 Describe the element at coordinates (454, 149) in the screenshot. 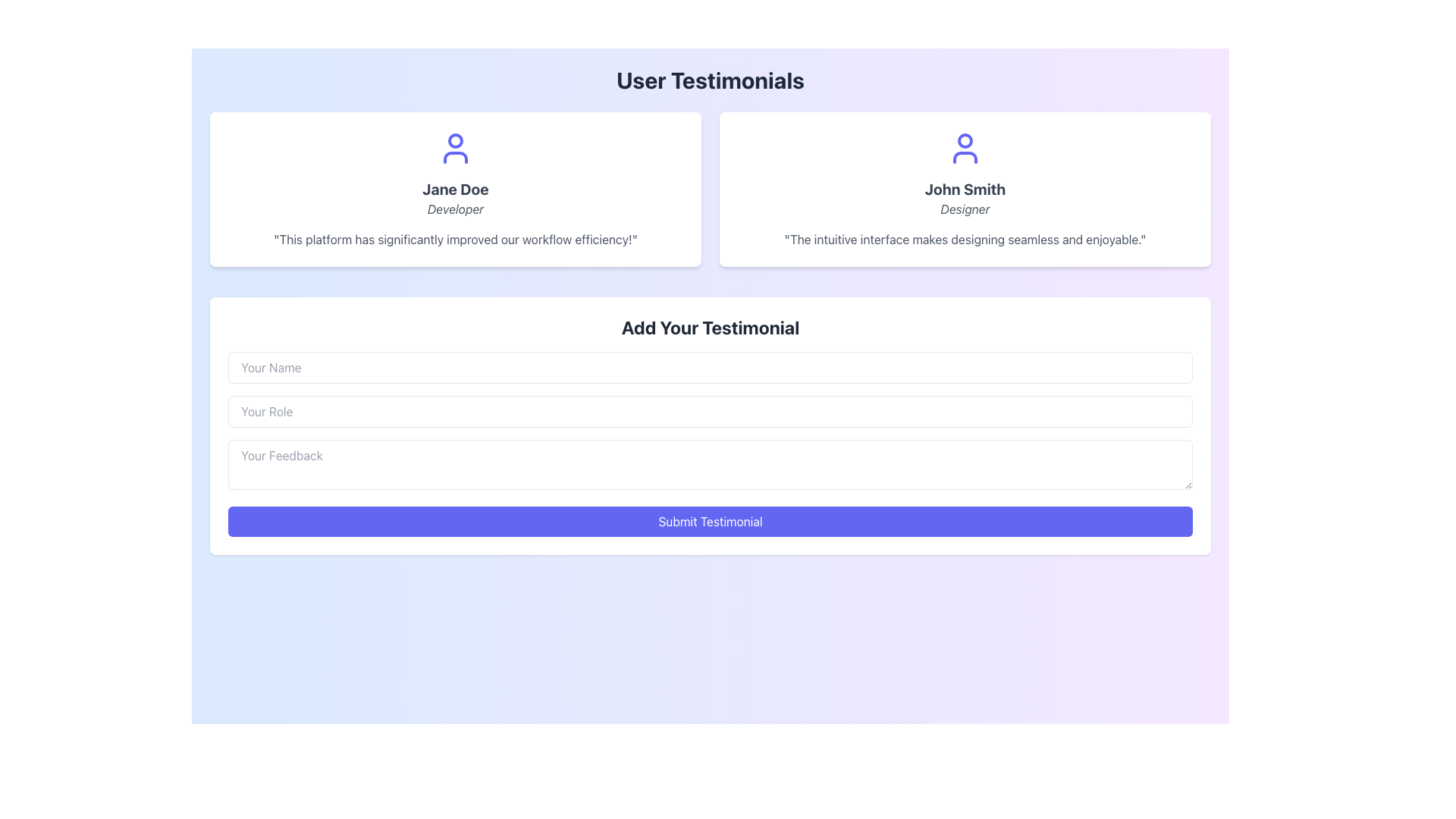

I see `the Decorative Icon that resembles a user silhouette, positioned at the top center of the testimonial box for Jane Doe's feedback` at that location.